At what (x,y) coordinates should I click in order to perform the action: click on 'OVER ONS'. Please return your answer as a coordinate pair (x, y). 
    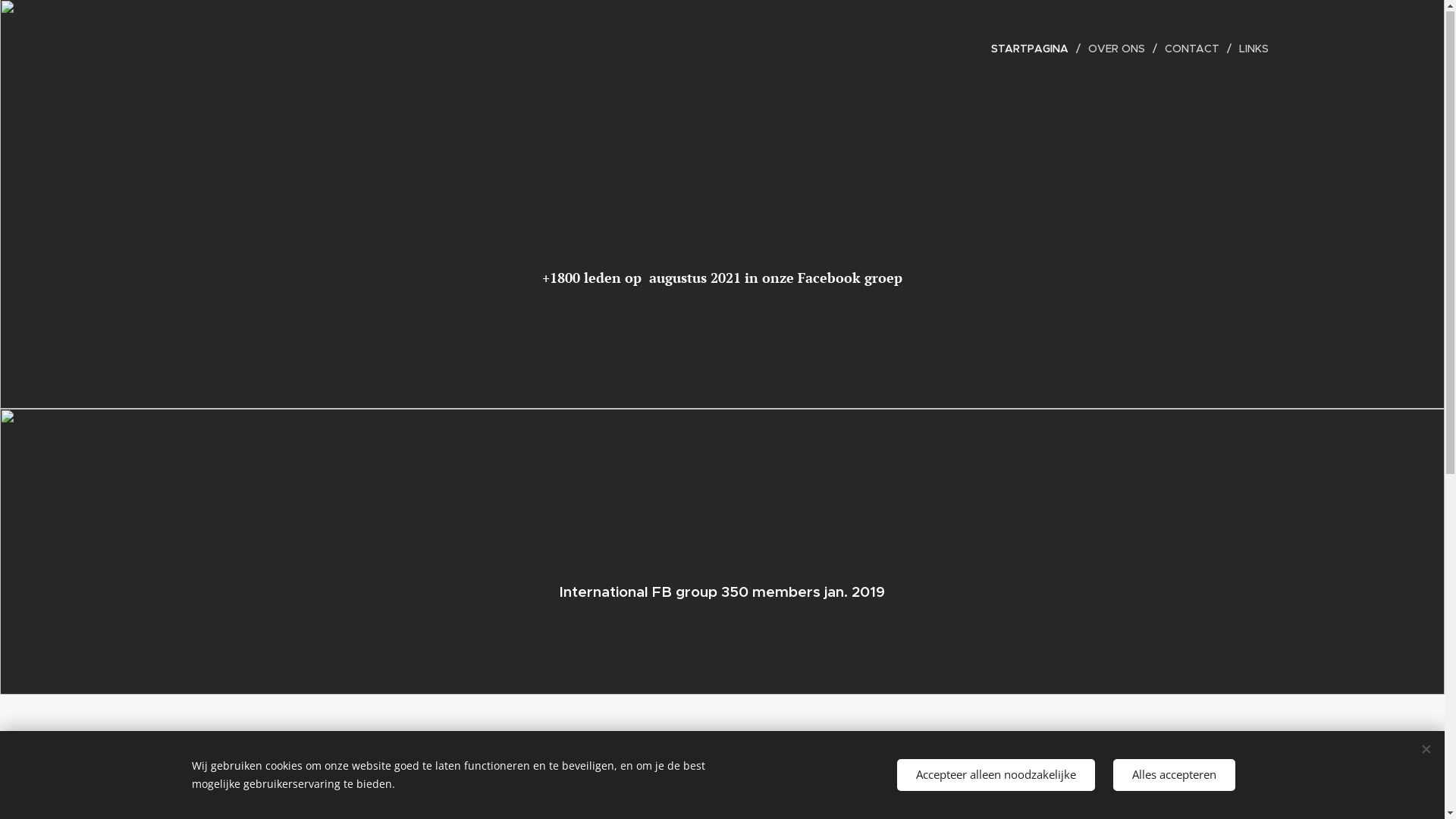
    Looking at the image, I should click on (1118, 49).